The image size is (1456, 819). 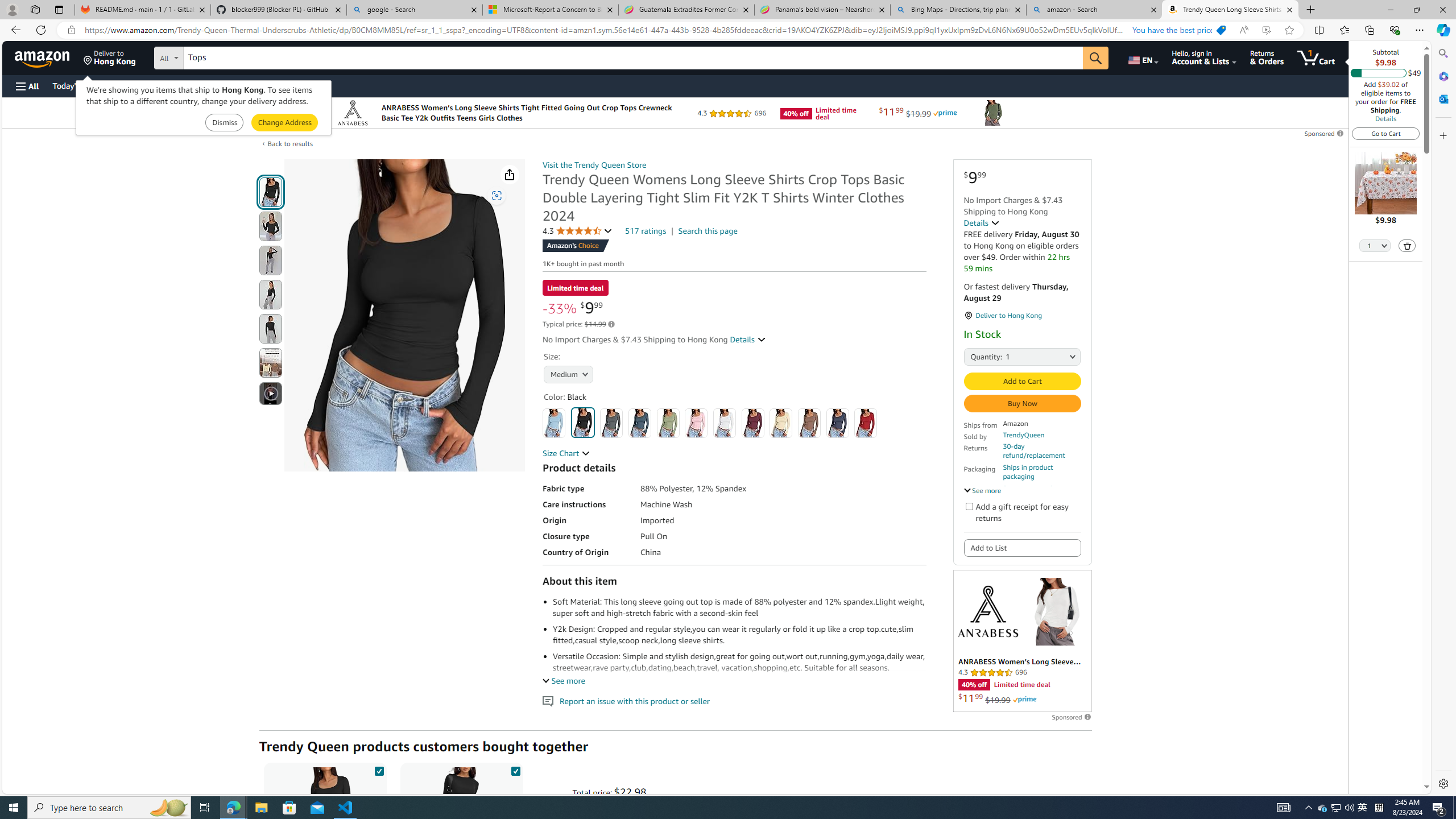 What do you see at coordinates (1022, 547) in the screenshot?
I see `'Add to List'` at bounding box center [1022, 547].